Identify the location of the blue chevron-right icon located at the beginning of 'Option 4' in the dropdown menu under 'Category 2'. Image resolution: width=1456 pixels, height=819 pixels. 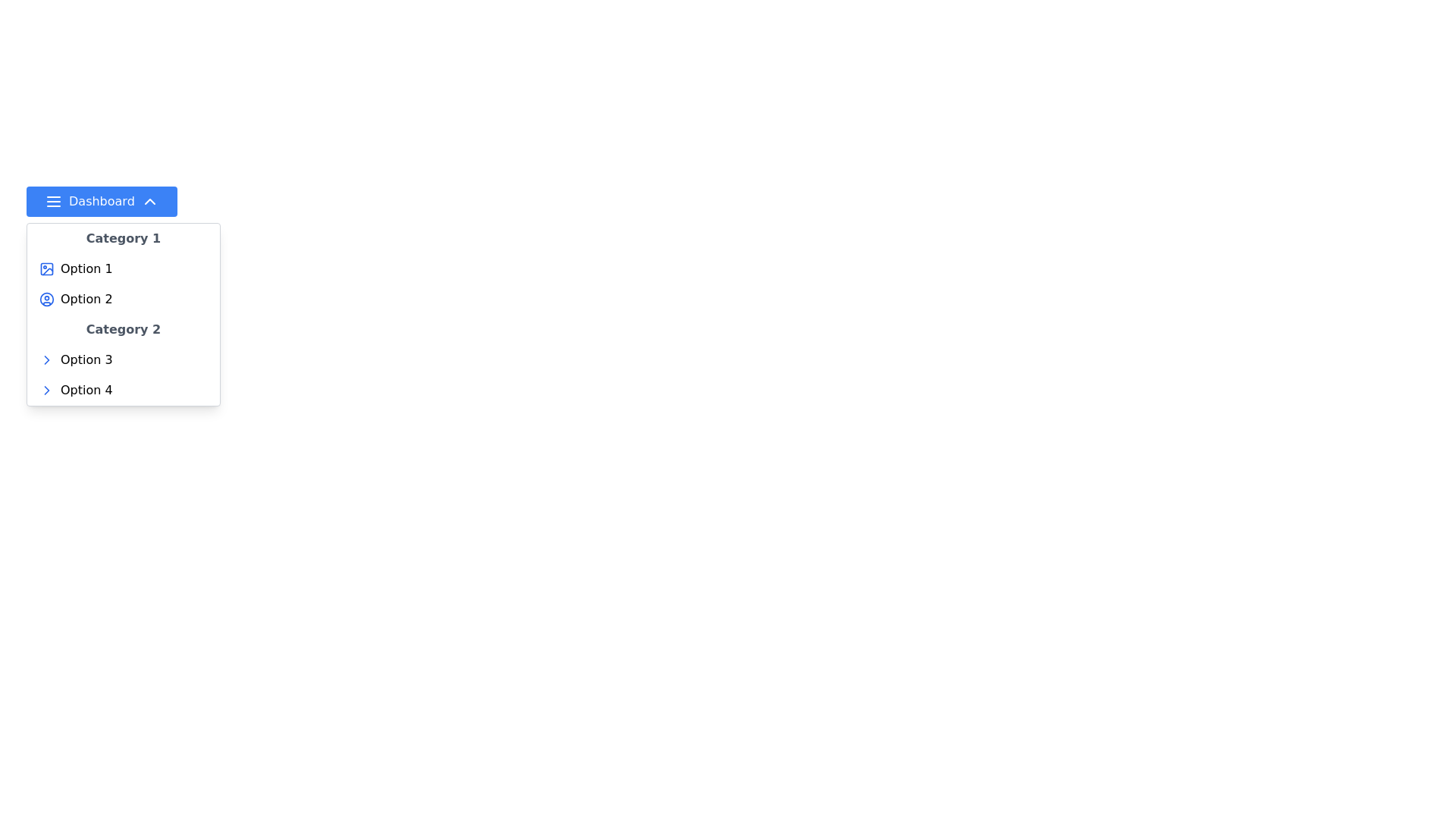
(47, 390).